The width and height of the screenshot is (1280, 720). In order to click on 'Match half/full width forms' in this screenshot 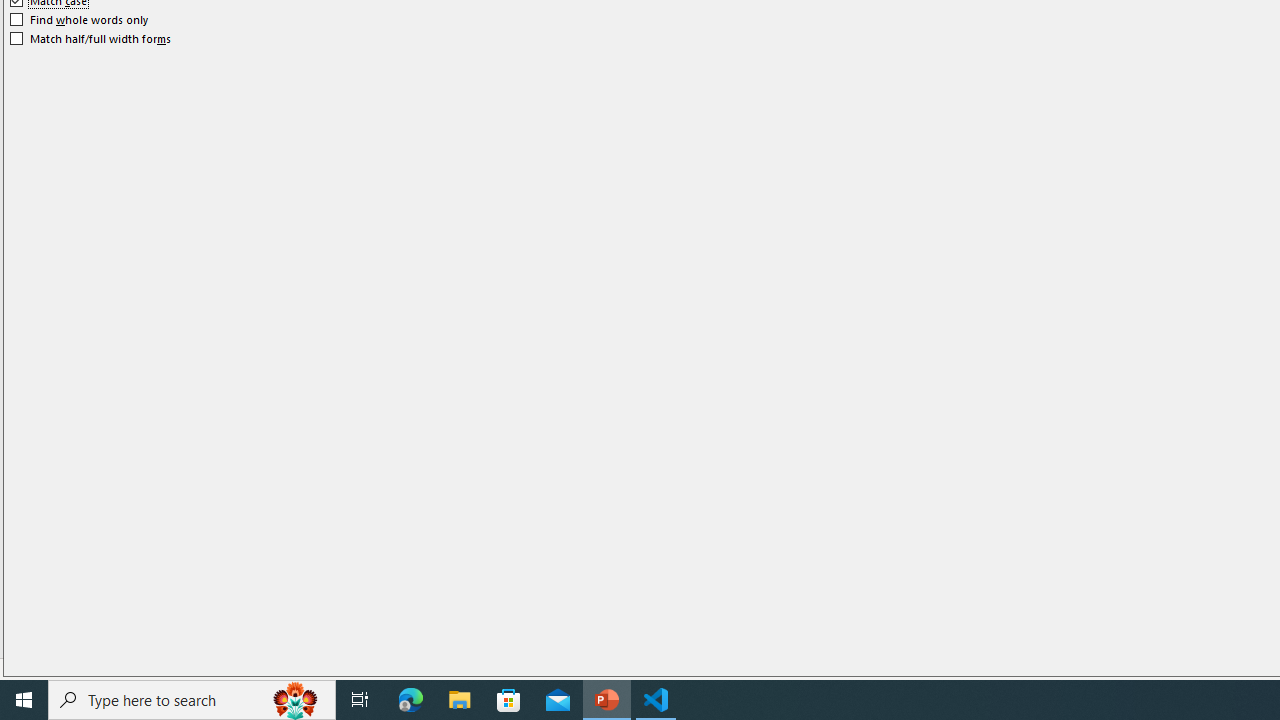, I will do `click(90, 38)`.